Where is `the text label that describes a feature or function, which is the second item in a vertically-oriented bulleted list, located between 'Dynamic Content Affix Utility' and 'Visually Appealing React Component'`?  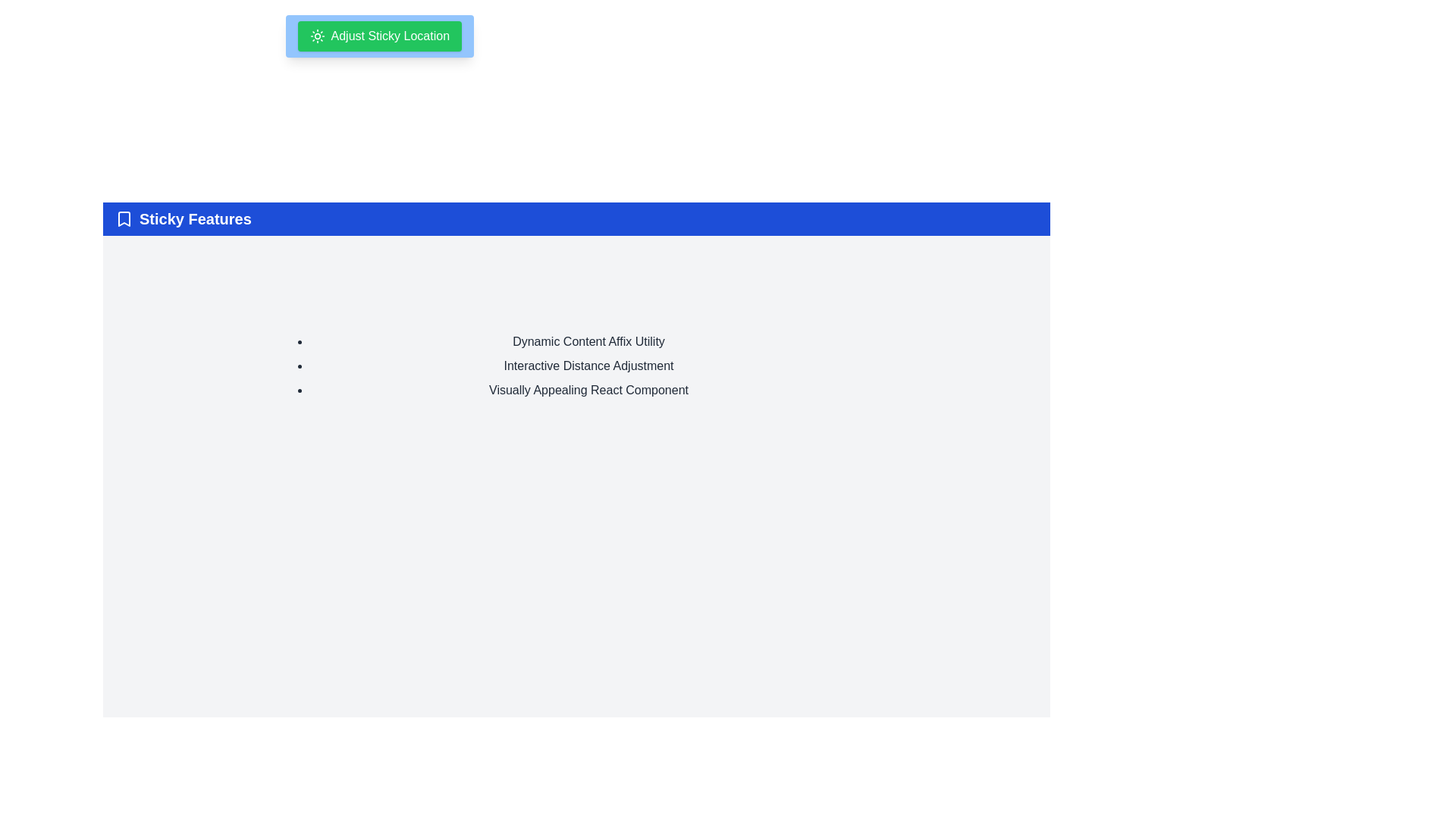
the text label that describes a feature or function, which is the second item in a vertically-oriented bulleted list, located between 'Dynamic Content Affix Utility' and 'Visually Appealing React Component' is located at coordinates (588, 366).